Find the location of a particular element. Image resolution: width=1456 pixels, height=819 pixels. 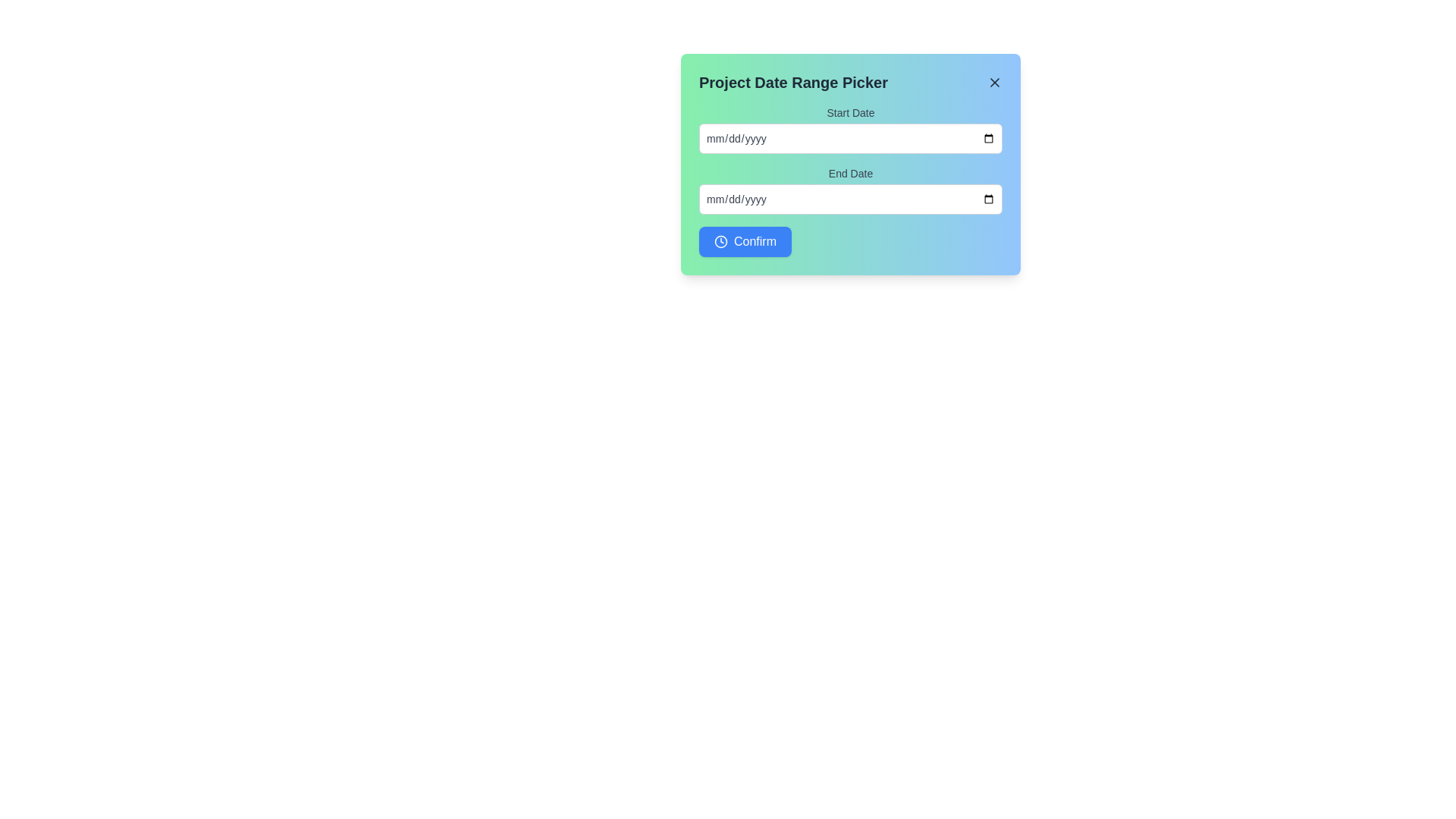

the small circular clock icon located to the left of the 'Confirm' text within the blue button at the bottom center of the modal interface is located at coordinates (720, 241).